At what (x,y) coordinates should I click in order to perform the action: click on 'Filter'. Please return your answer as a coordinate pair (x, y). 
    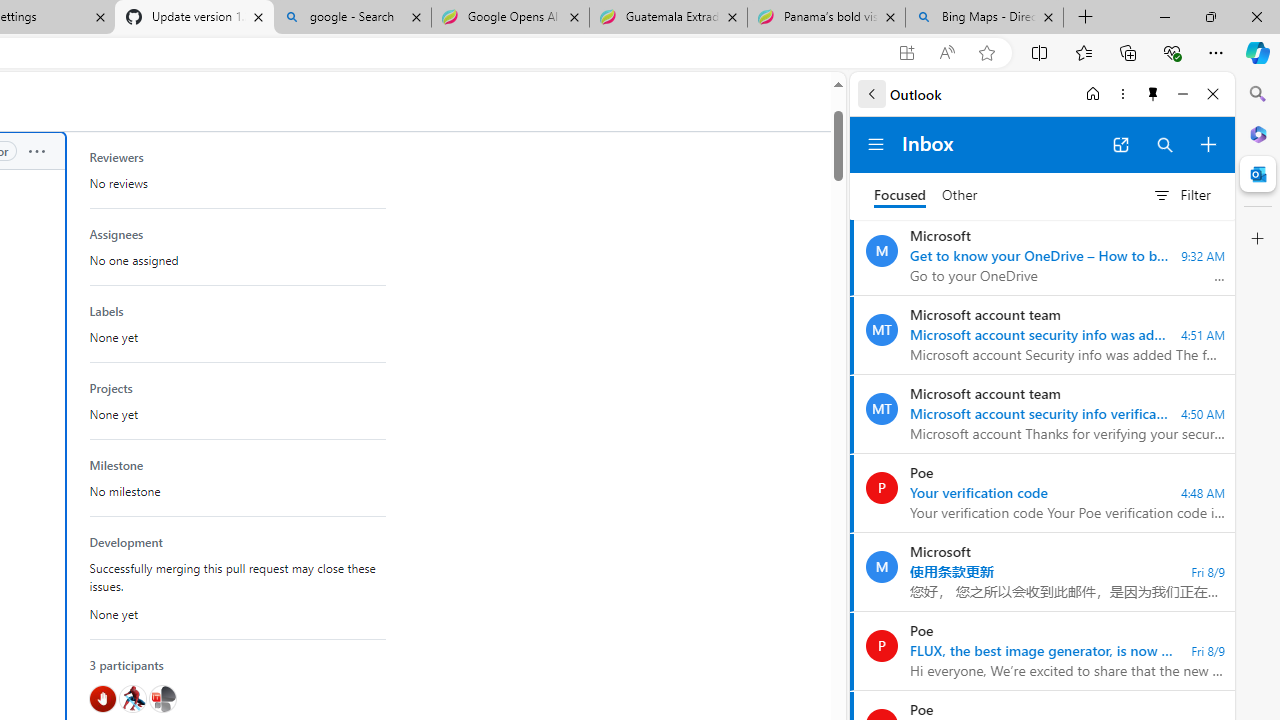
    Looking at the image, I should click on (1181, 195).